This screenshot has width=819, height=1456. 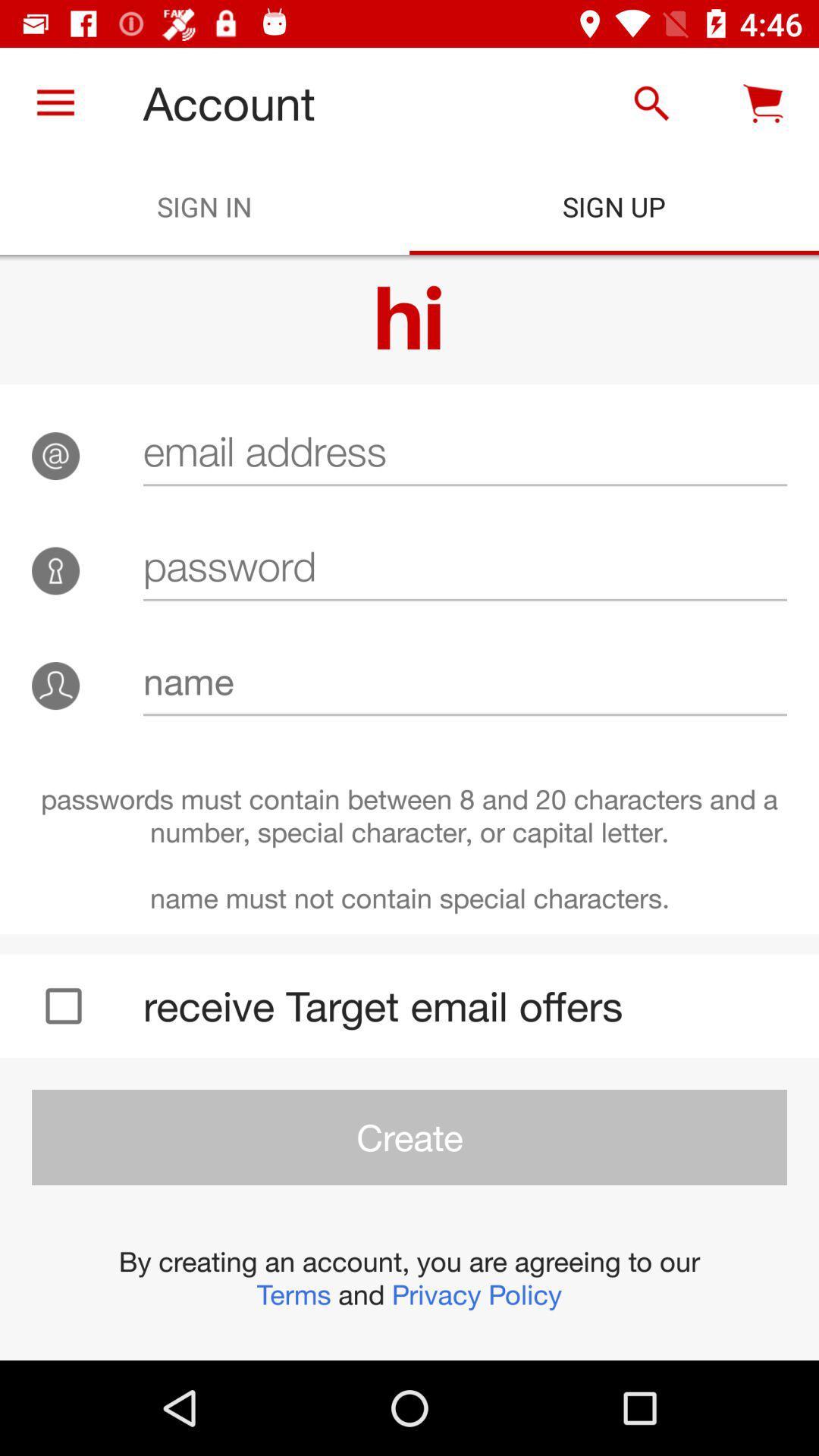 I want to click on item above the by creating an icon, so click(x=409, y=1137).